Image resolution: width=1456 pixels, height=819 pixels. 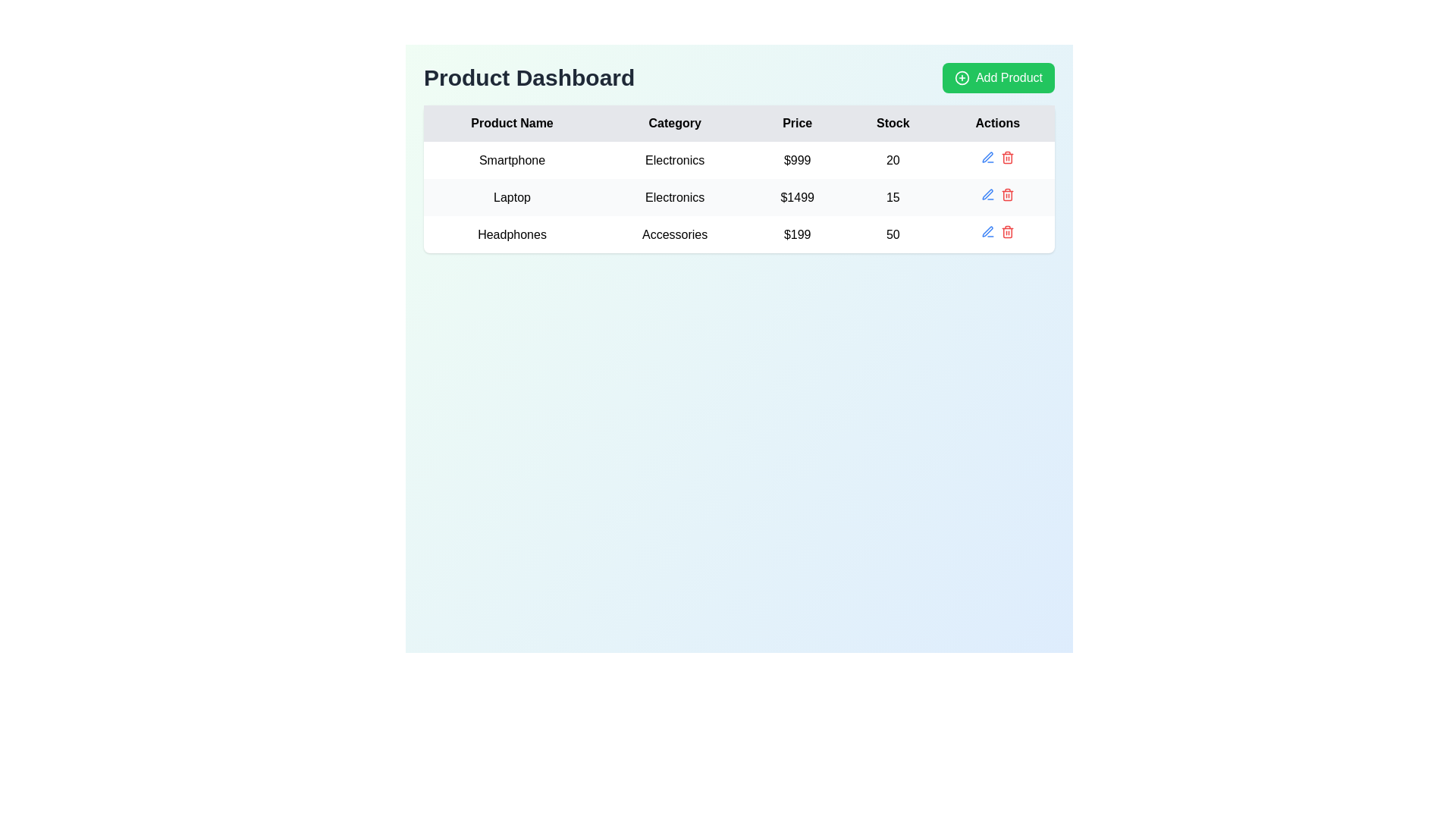 I want to click on the Table Header labeled 'Actions', which is the last header in the row, positioned on the far-right, below the 'Product Dashboard' heading, so click(x=997, y=122).